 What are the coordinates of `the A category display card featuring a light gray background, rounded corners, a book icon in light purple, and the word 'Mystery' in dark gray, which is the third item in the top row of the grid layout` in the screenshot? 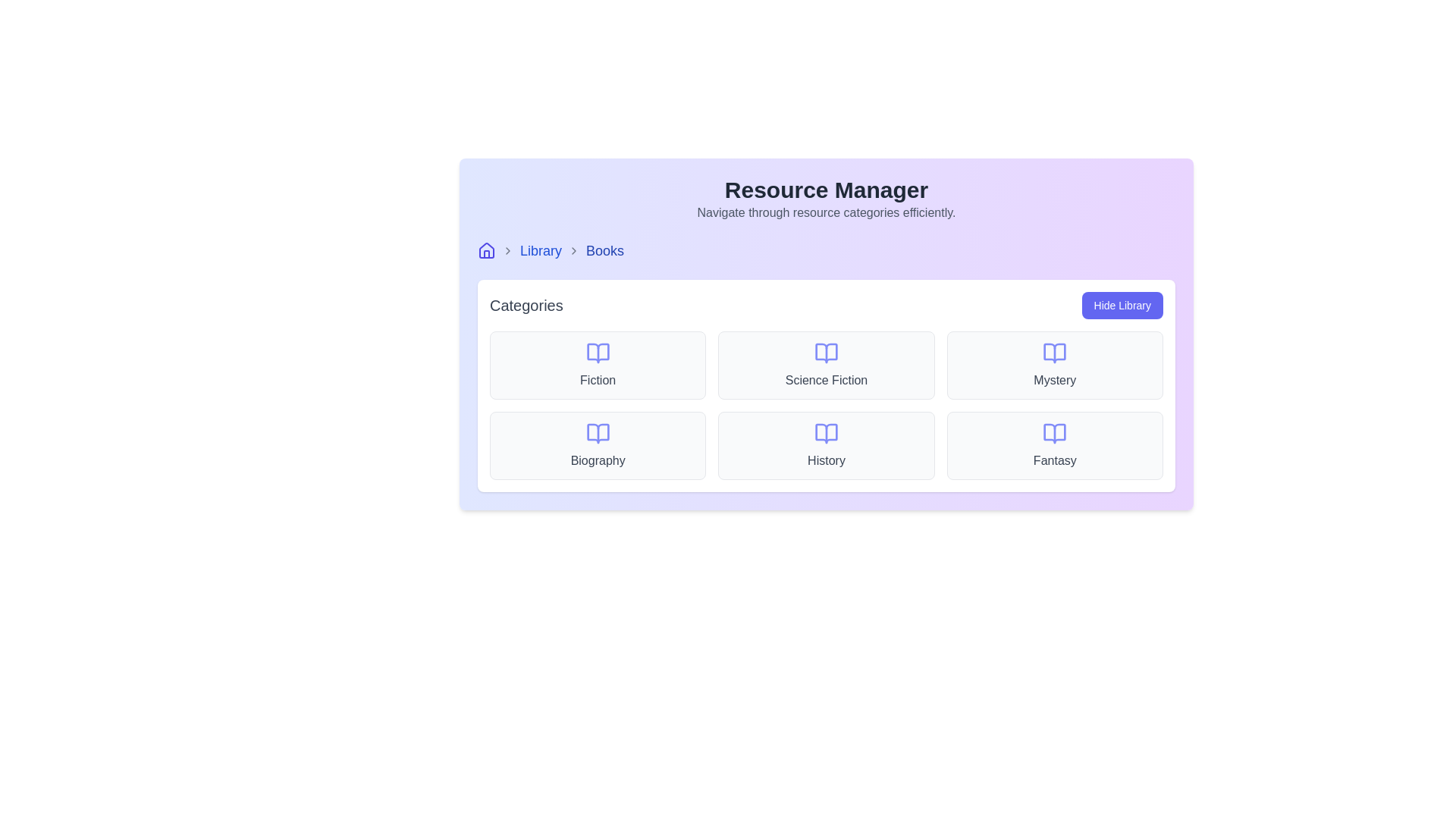 It's located at (1054, 366).